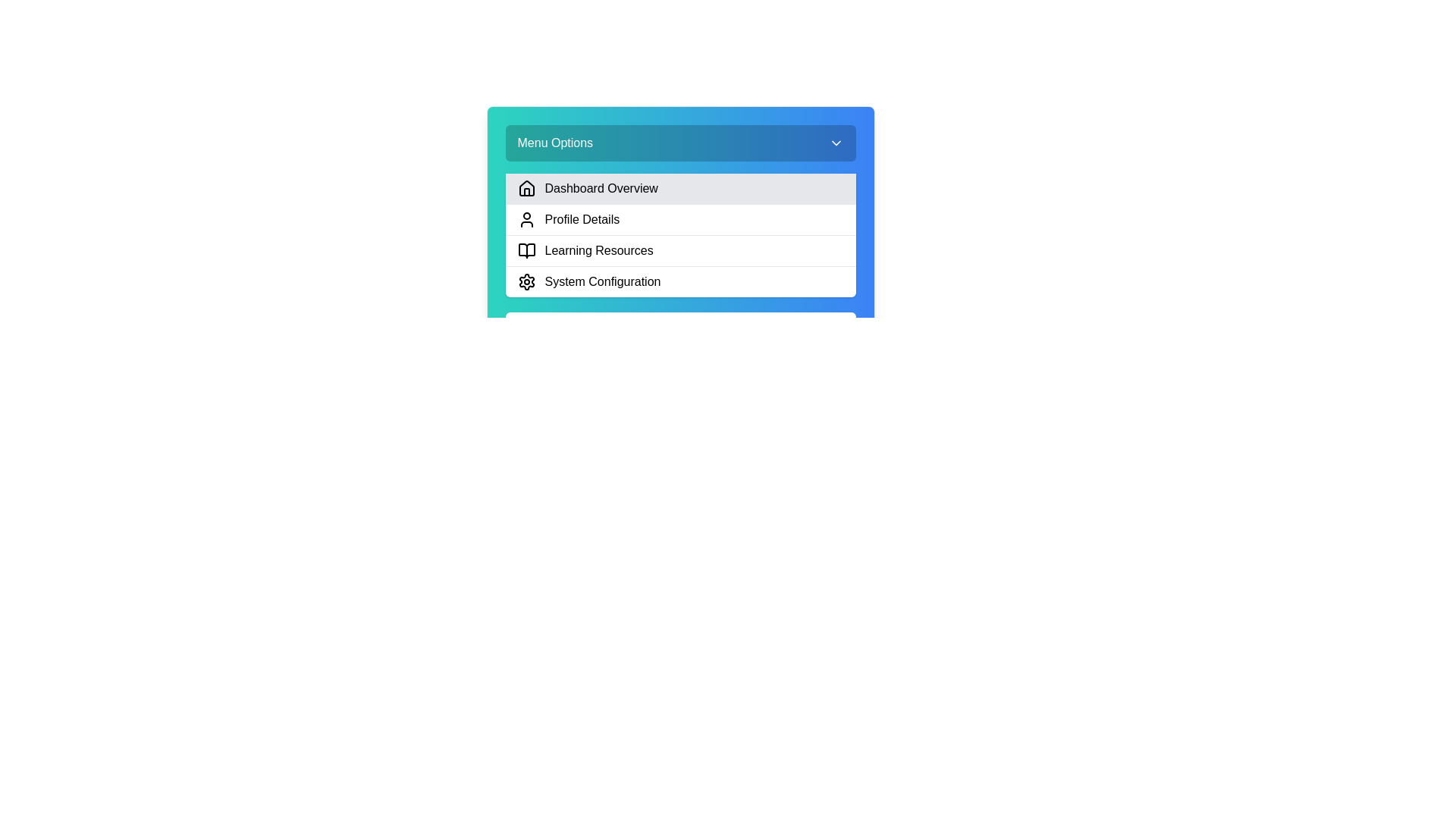  What do you see at coordinates (526, 281) in the screenshot?
I see `the gear icon, which signifies system settings` at bounding box center [526, 281].